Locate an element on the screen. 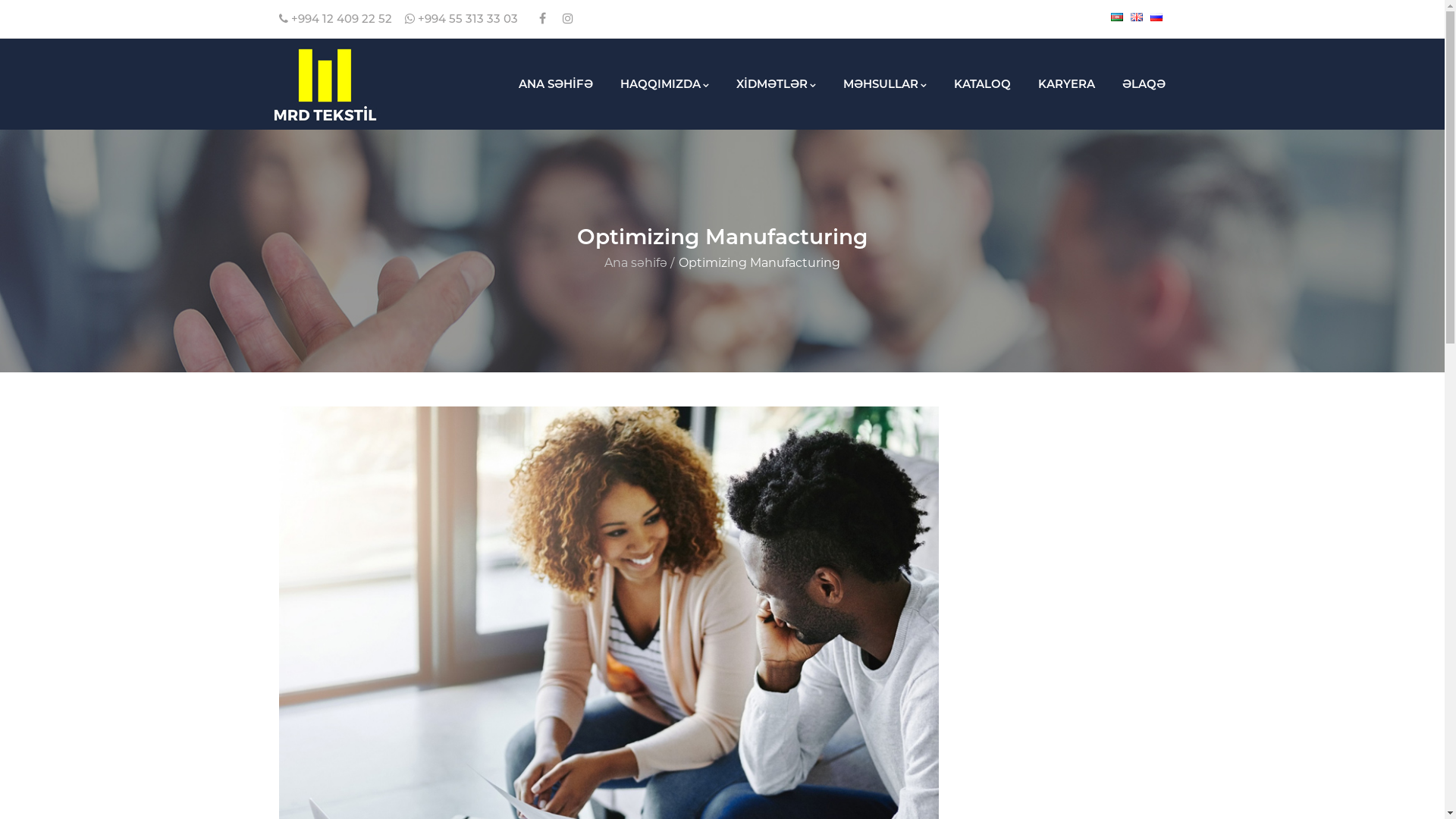 This screenshot has width=1456, height=819. '+994 55 313 33 03' is located at coordinates (460, 18).